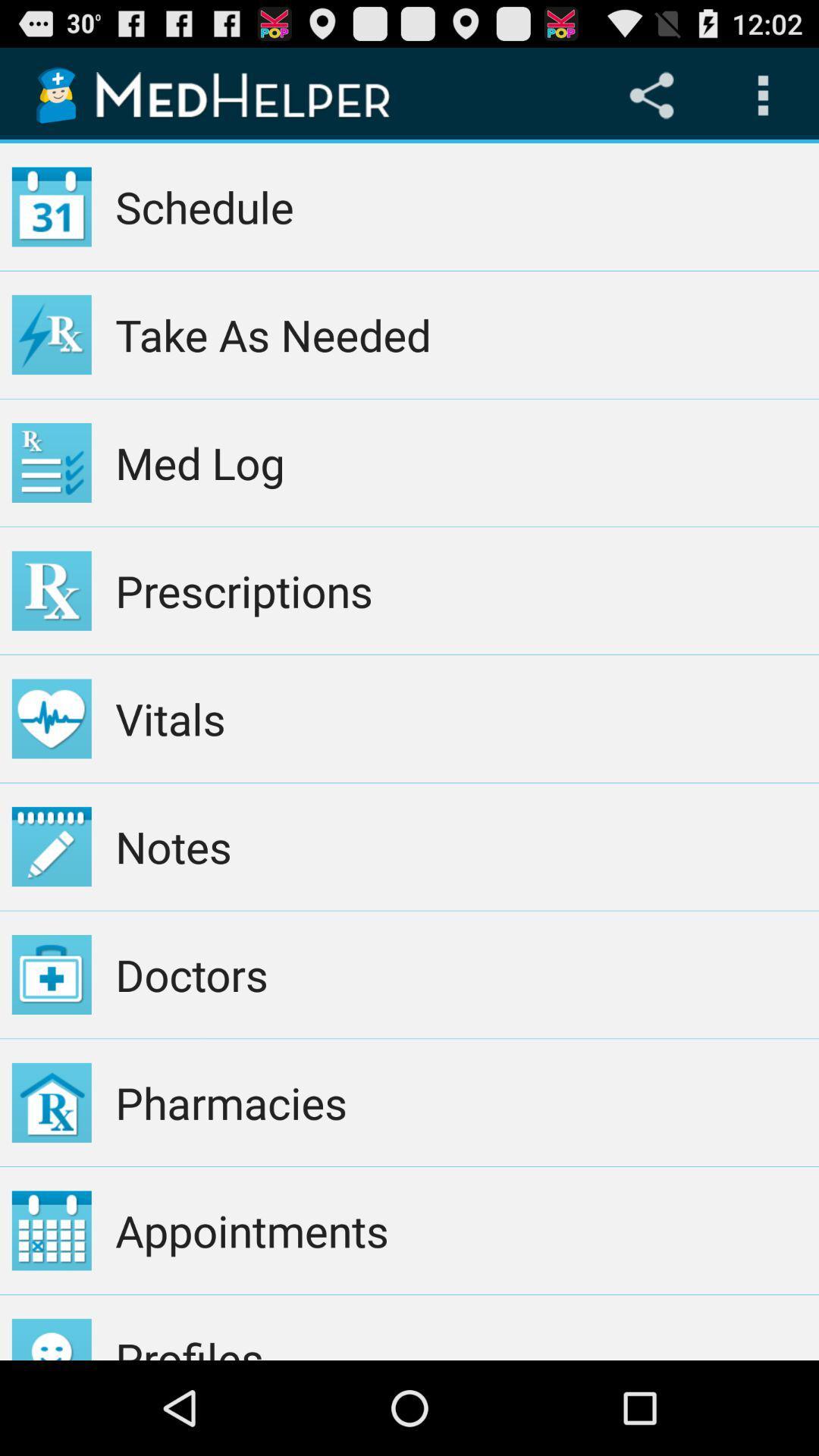 This screenshot has height=1456, width=819. Describe the element at coordinates (763, 94) in the screenshot. I see `the icon above the schedule app` at that location.